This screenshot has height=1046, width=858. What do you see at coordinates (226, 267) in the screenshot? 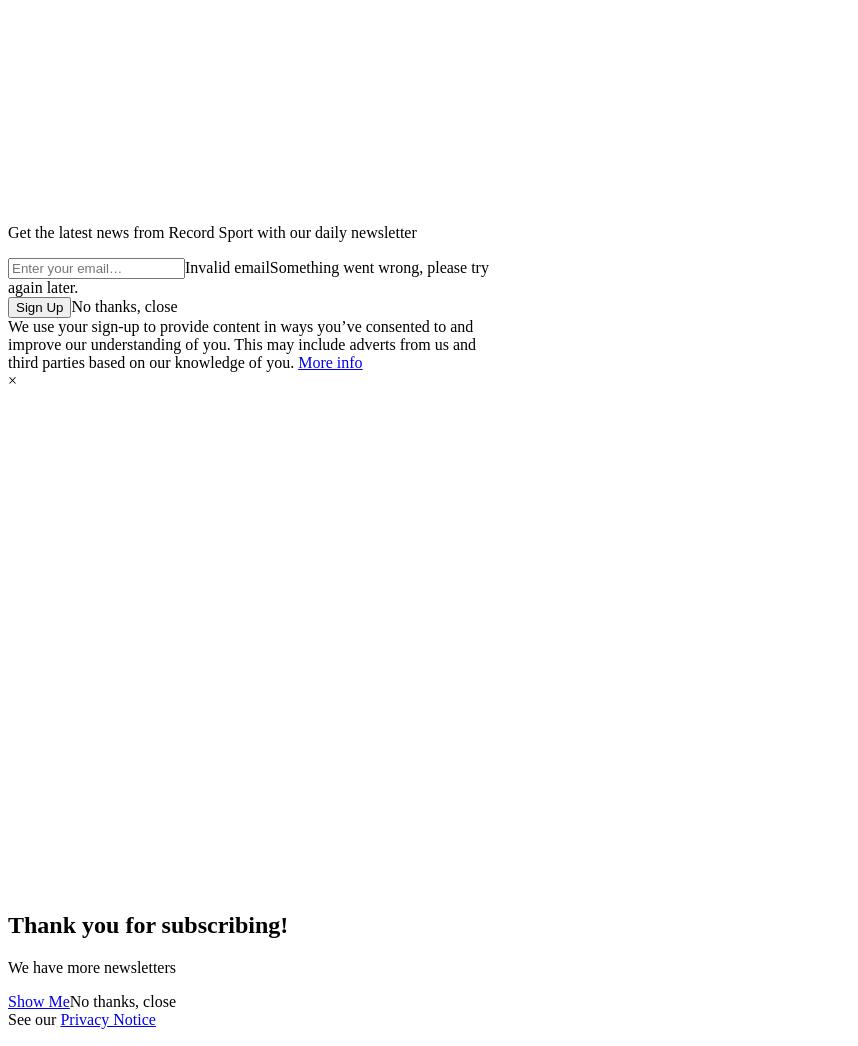
I see `'Invalid email'` at bounding box center [226, 267].